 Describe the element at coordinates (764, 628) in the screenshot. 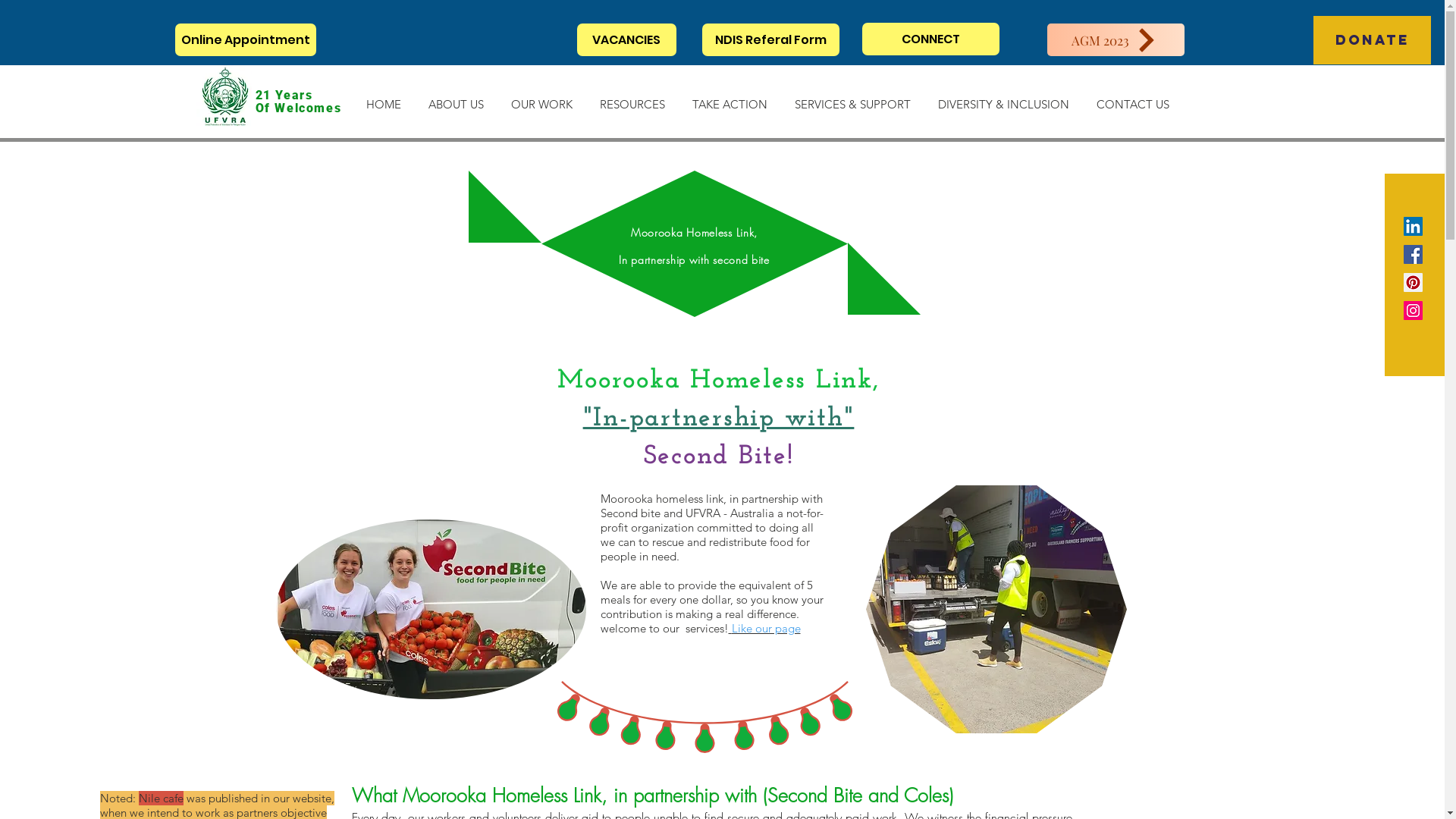

I see `'Like our page'` at that location.